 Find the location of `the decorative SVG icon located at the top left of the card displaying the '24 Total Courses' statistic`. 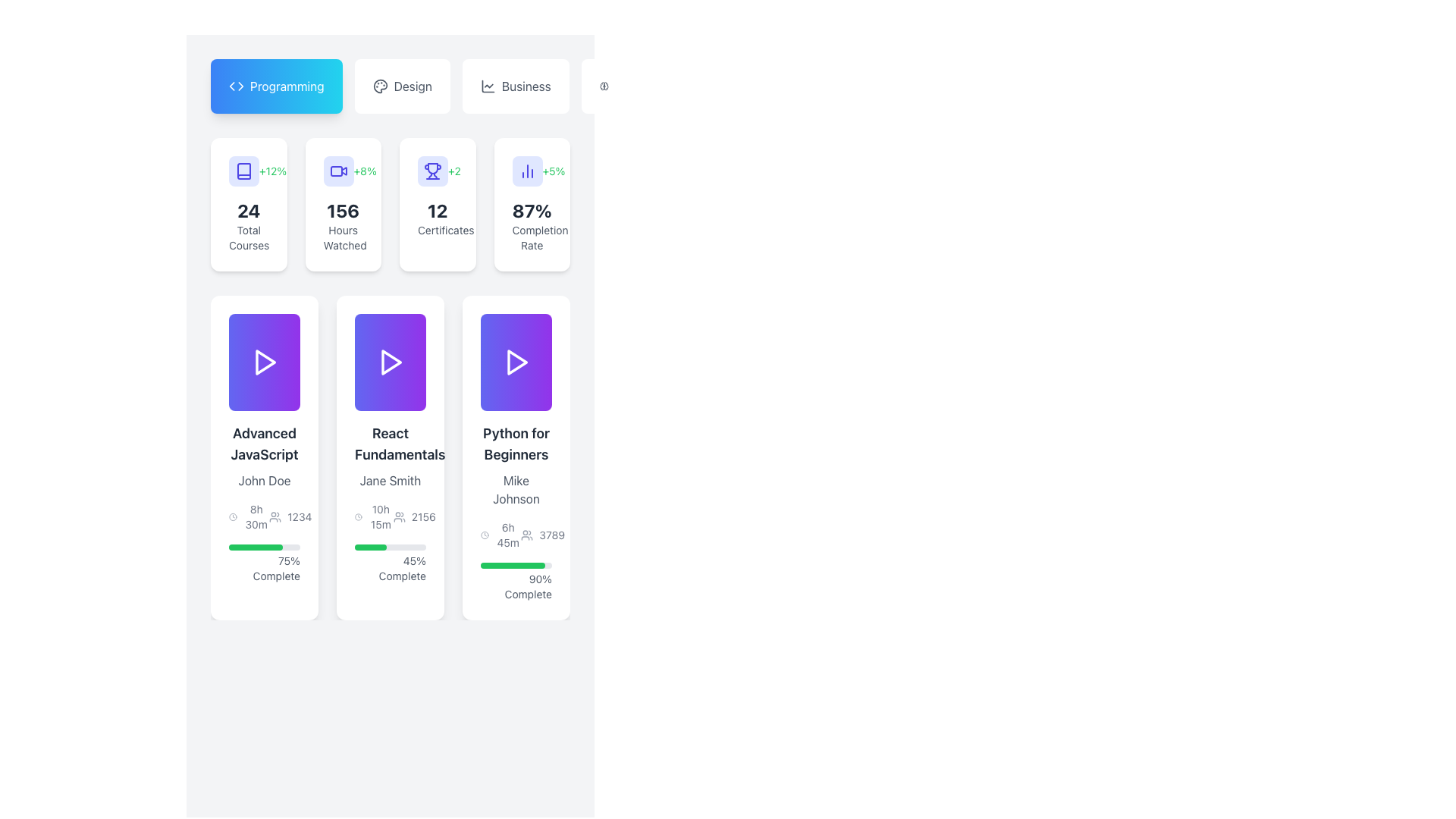

the decorative SVG icon located at the top left of the card displaying the '24 Total Courses' statistic is located at coordinates (243, 171).